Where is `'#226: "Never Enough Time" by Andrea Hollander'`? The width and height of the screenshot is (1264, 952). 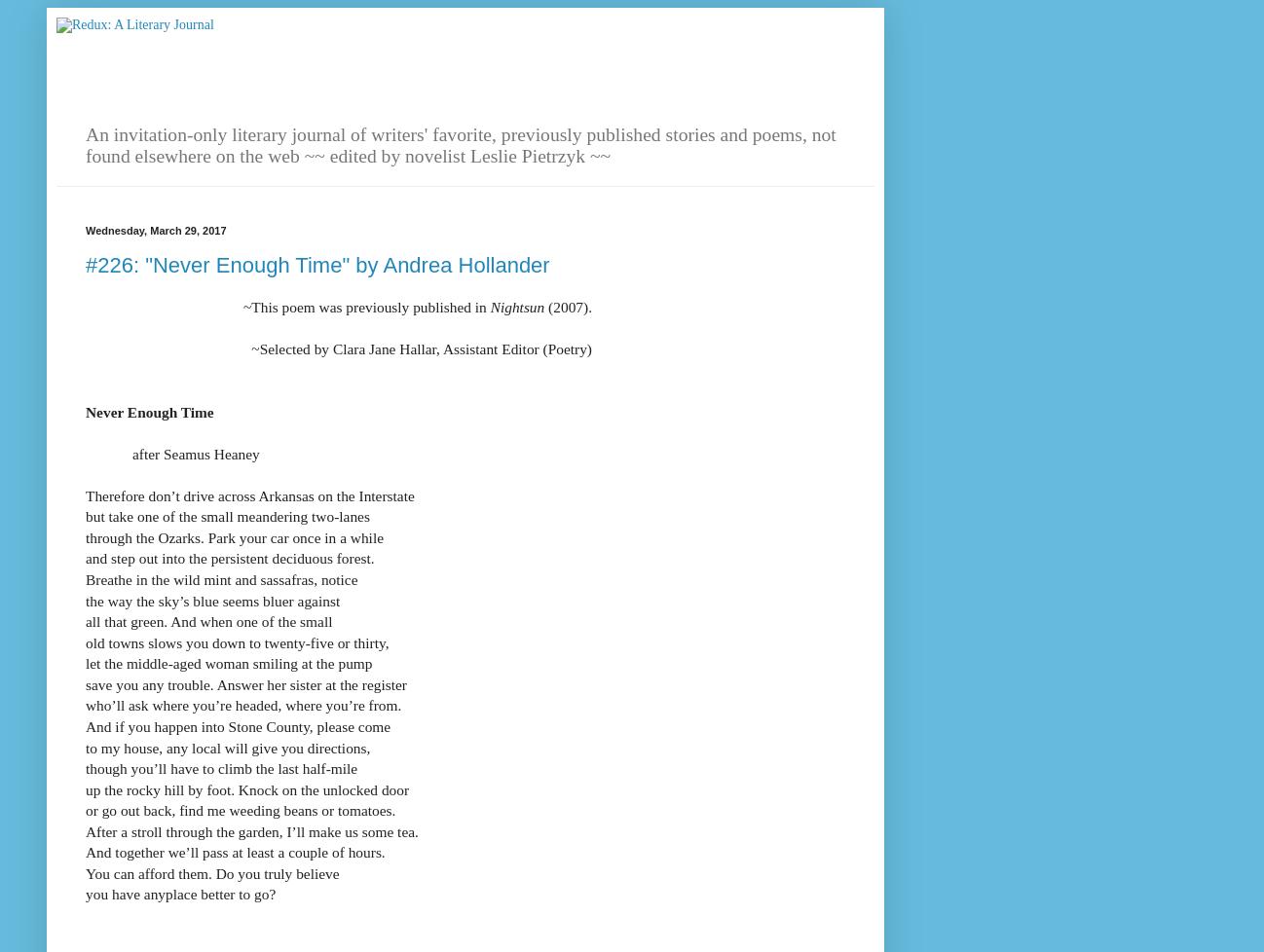
'#226: "Never Enough Time" by Andrea Hollander' is located at coordinates (86, 263).